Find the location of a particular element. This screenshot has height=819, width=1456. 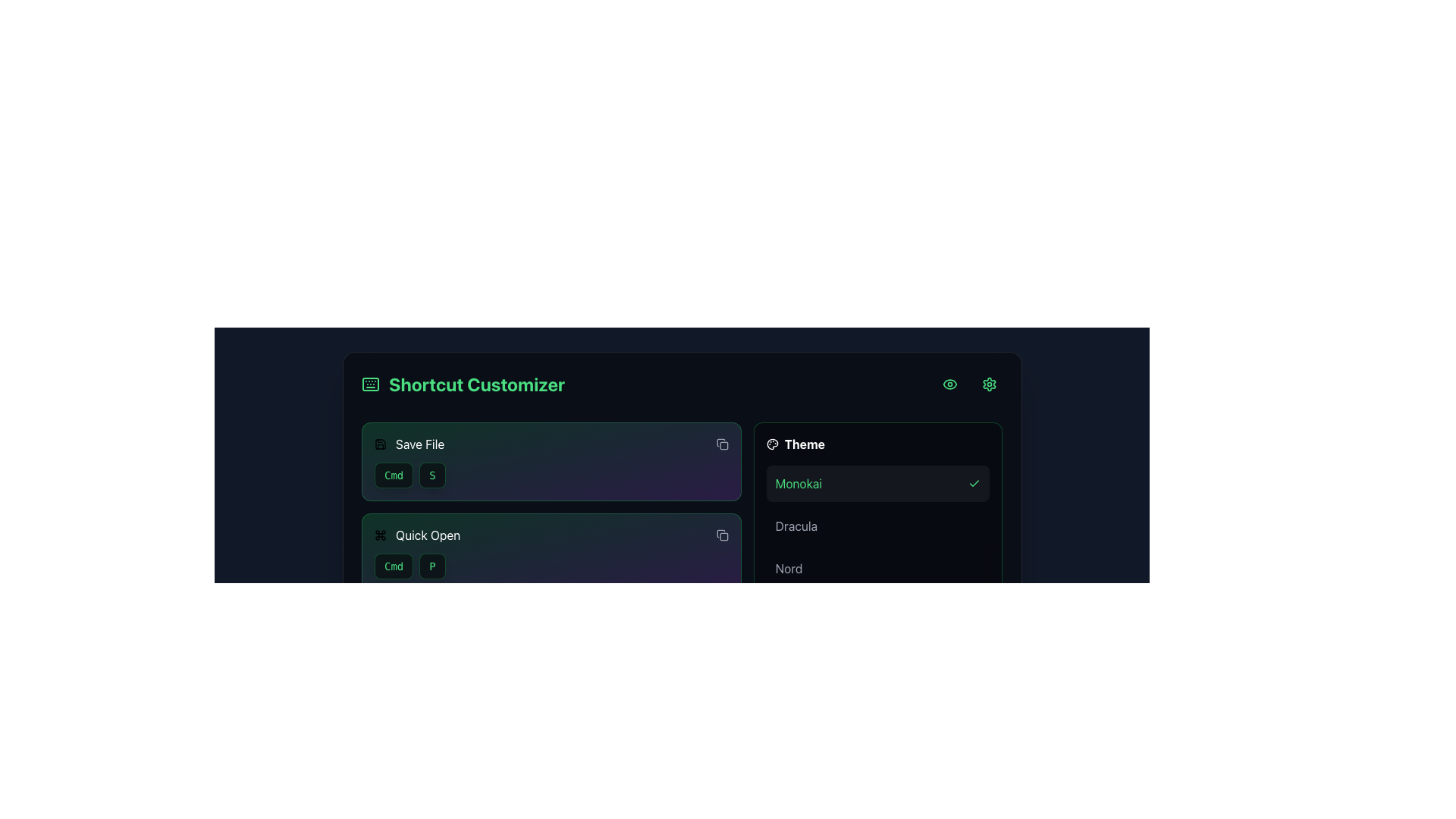

the 'Cmd' key display element, which visually indicates the key for the 'Quick Open' feature in the shortcut customization interface is located at coordinates (394, 566).